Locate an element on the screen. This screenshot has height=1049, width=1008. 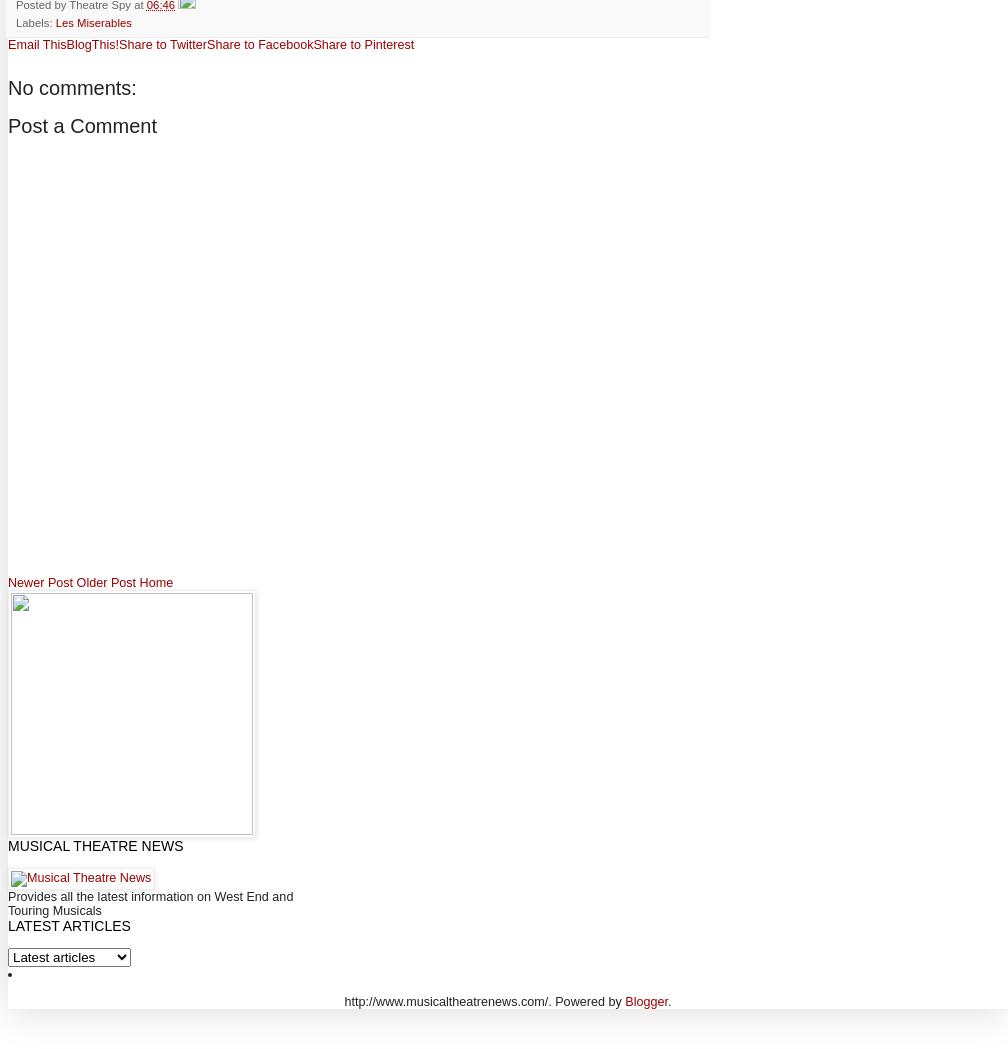
'Musical Theatre News' is located at coordinates (95, 845).